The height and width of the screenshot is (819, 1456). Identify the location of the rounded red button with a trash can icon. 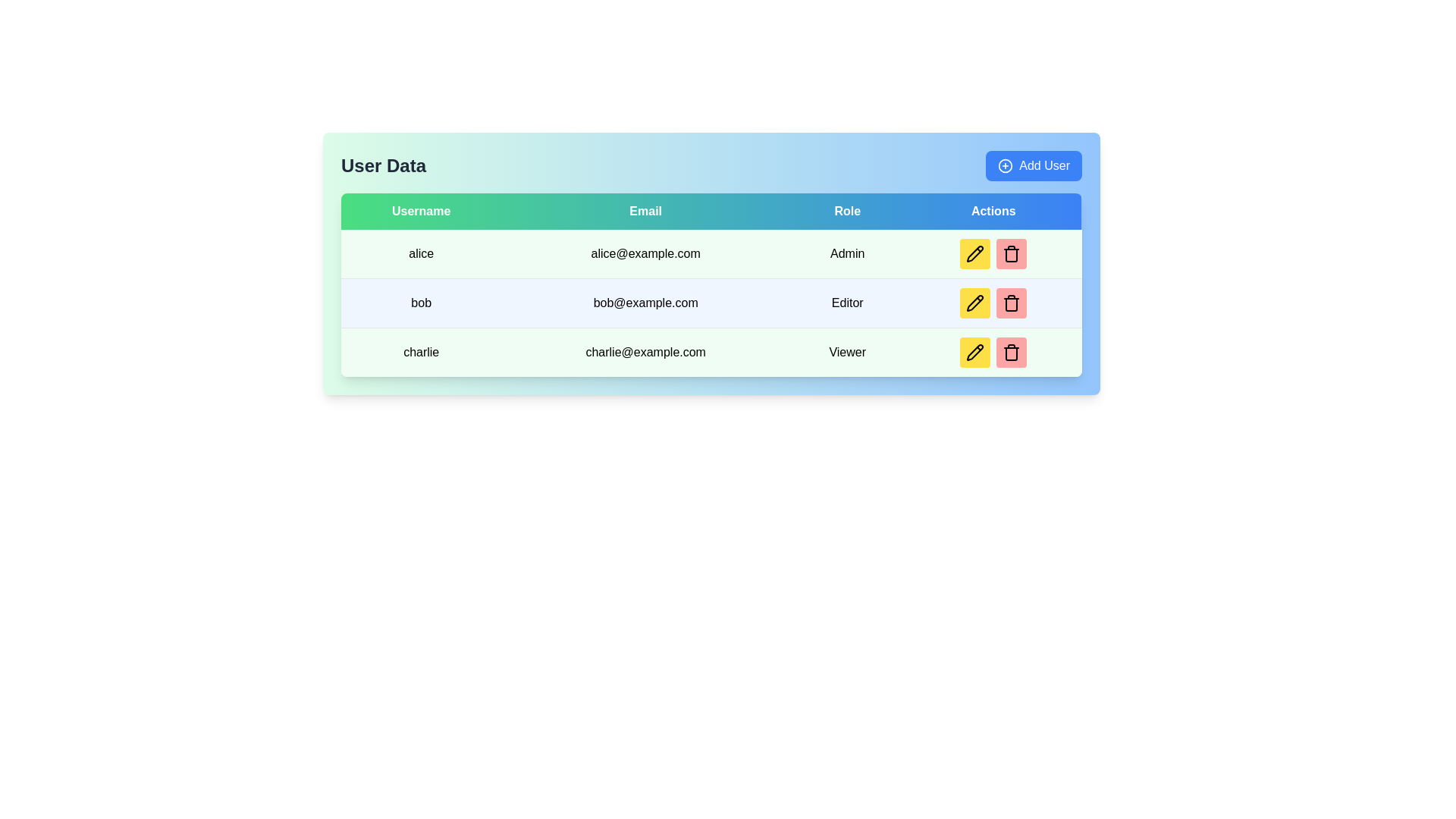
(1012, 253).